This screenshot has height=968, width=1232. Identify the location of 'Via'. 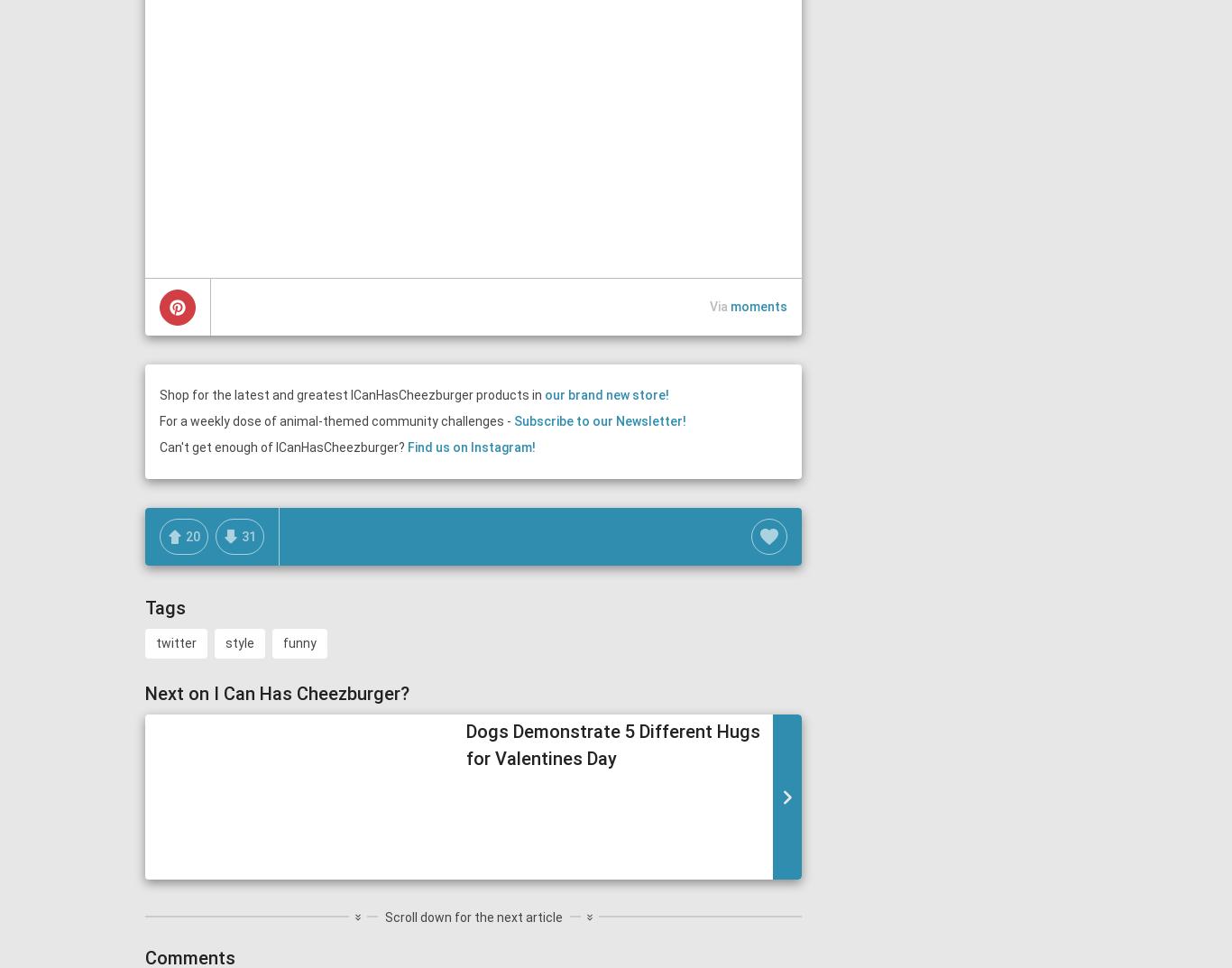
(719, 307).